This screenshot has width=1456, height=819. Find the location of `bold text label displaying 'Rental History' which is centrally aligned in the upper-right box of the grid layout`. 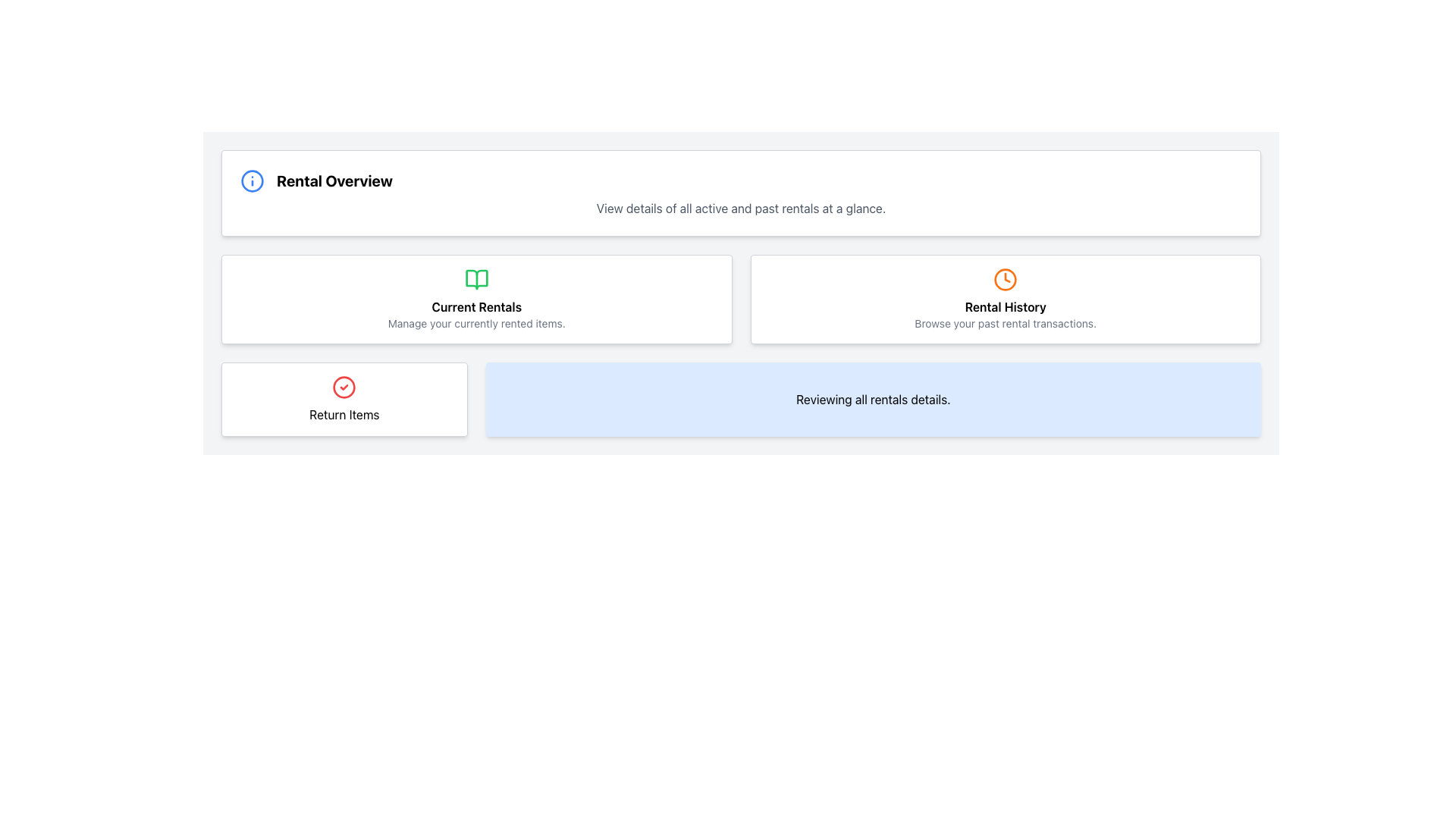

bold text label displaying 'Rental History' which is centrally aligned in the upper-right box of the grid layout is located at coordinates (1006, 307).